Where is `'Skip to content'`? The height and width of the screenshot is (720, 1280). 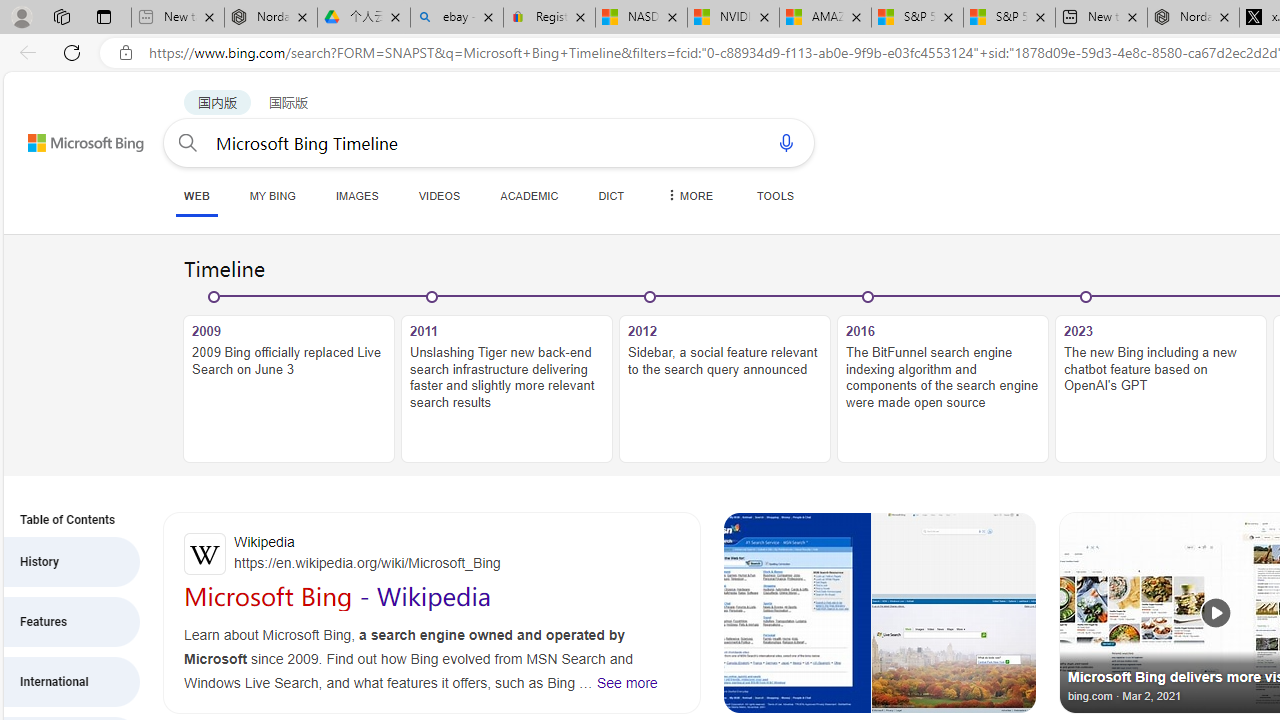
'Skip to content' is located at coordinates (64, 133).